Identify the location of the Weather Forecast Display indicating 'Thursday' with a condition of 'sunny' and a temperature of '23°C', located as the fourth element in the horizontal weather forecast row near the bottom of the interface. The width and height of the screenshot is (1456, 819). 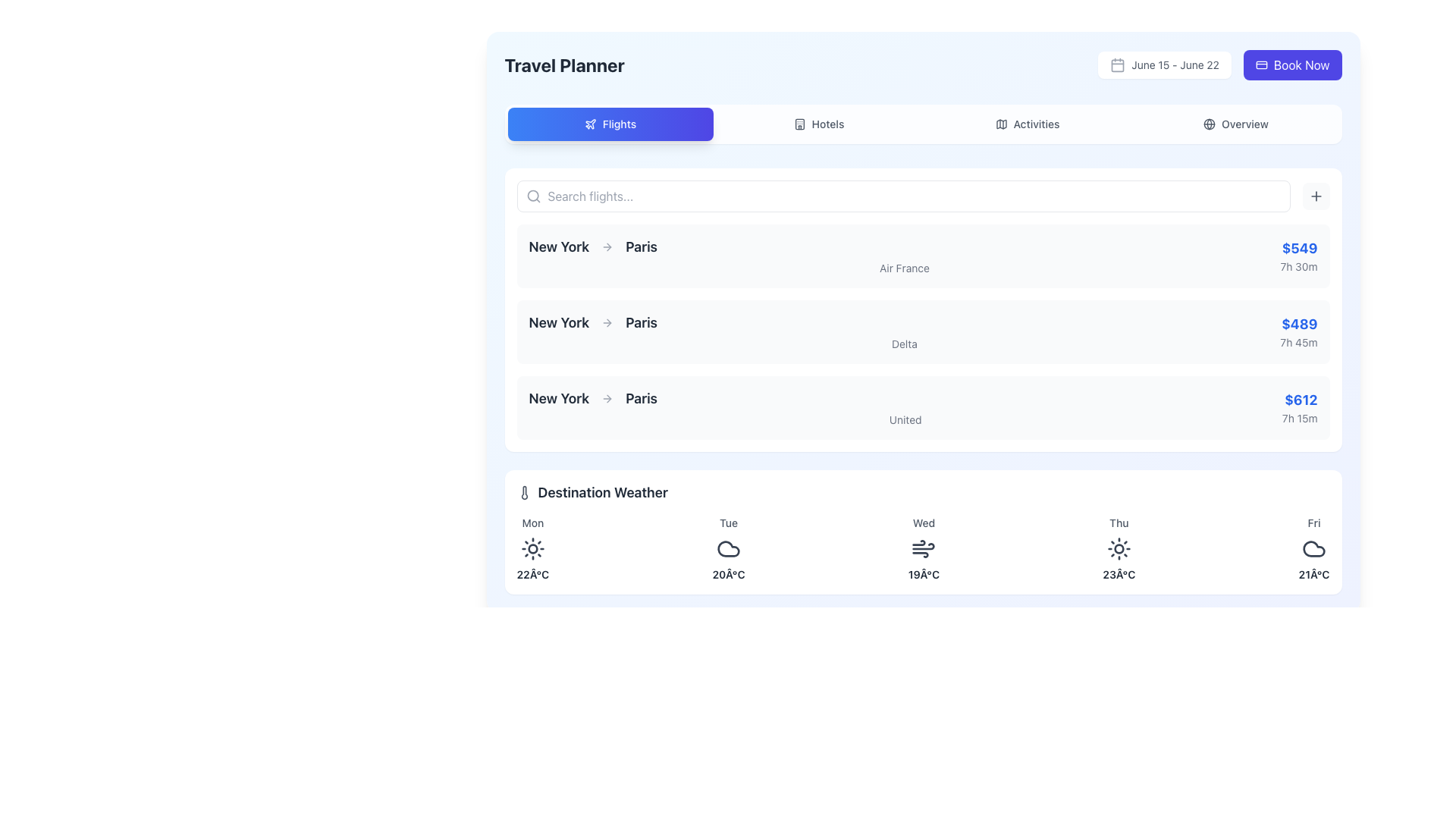
(1119, 549).